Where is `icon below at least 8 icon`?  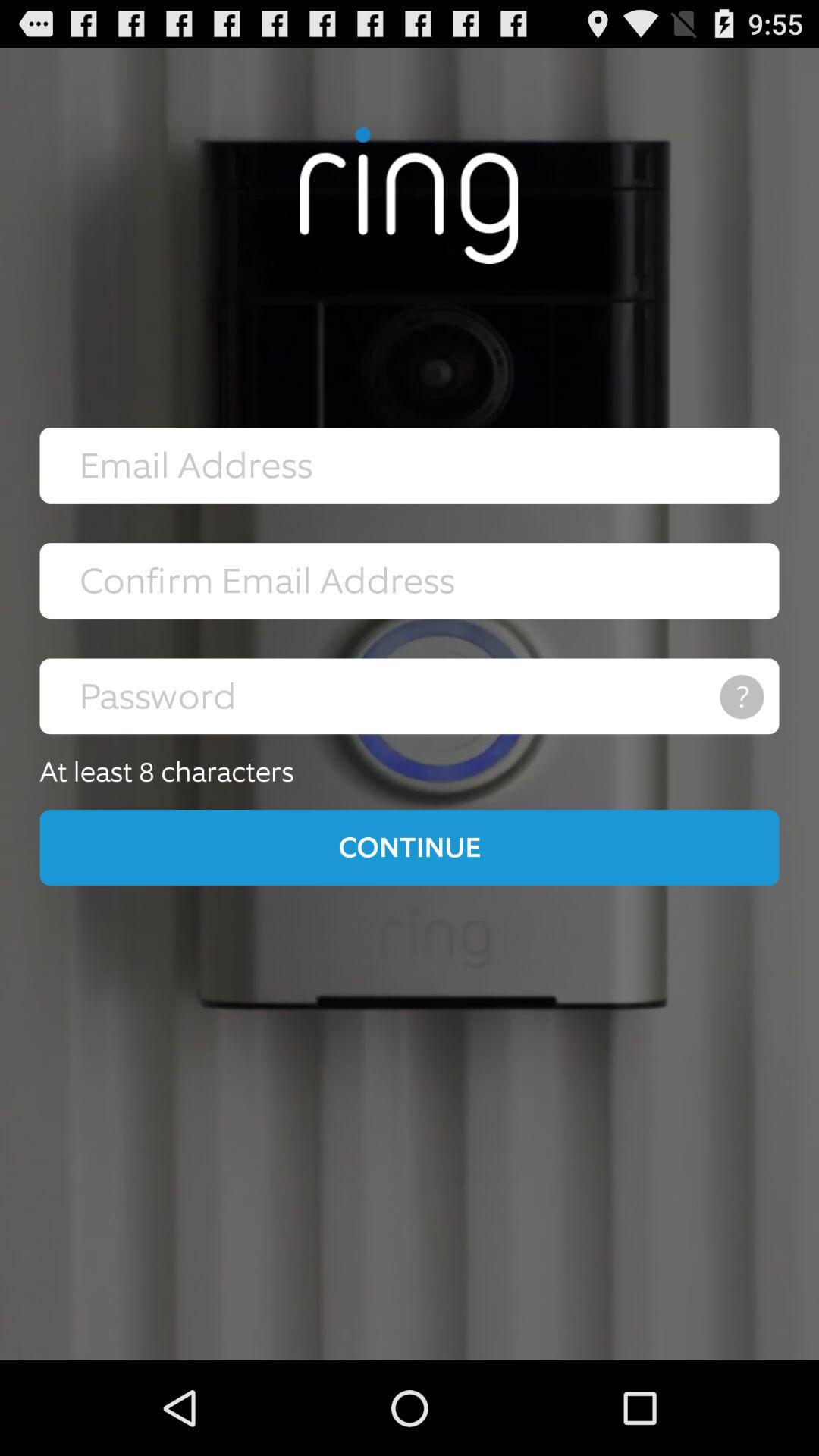
icon below at least 8 icon is located at coordinates (409, 846).